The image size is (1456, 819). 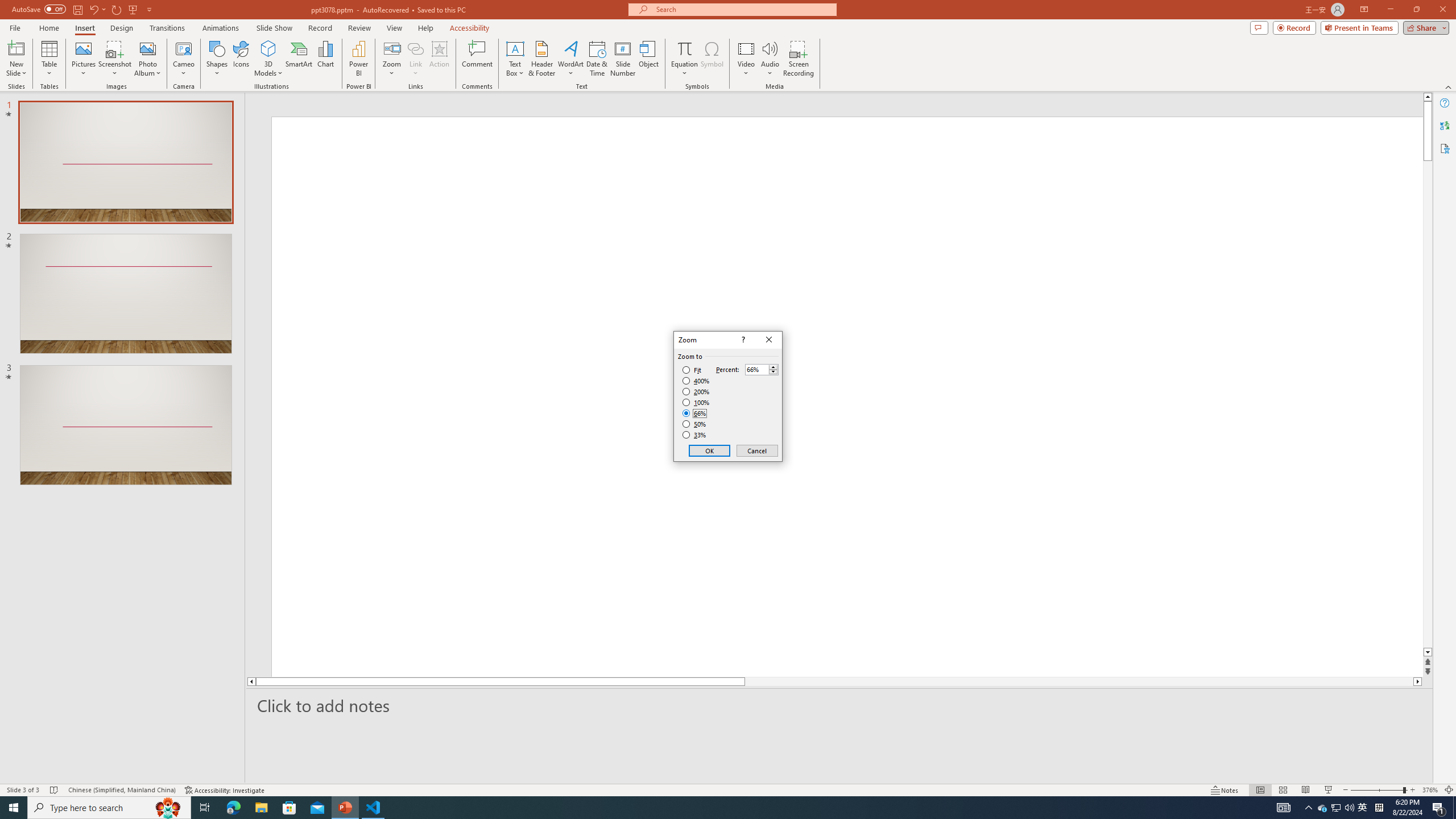 What do you see at coordinates (299, 59) in the screenshot?
I see `'SmartArt...'` at bounding box center [299, 59].